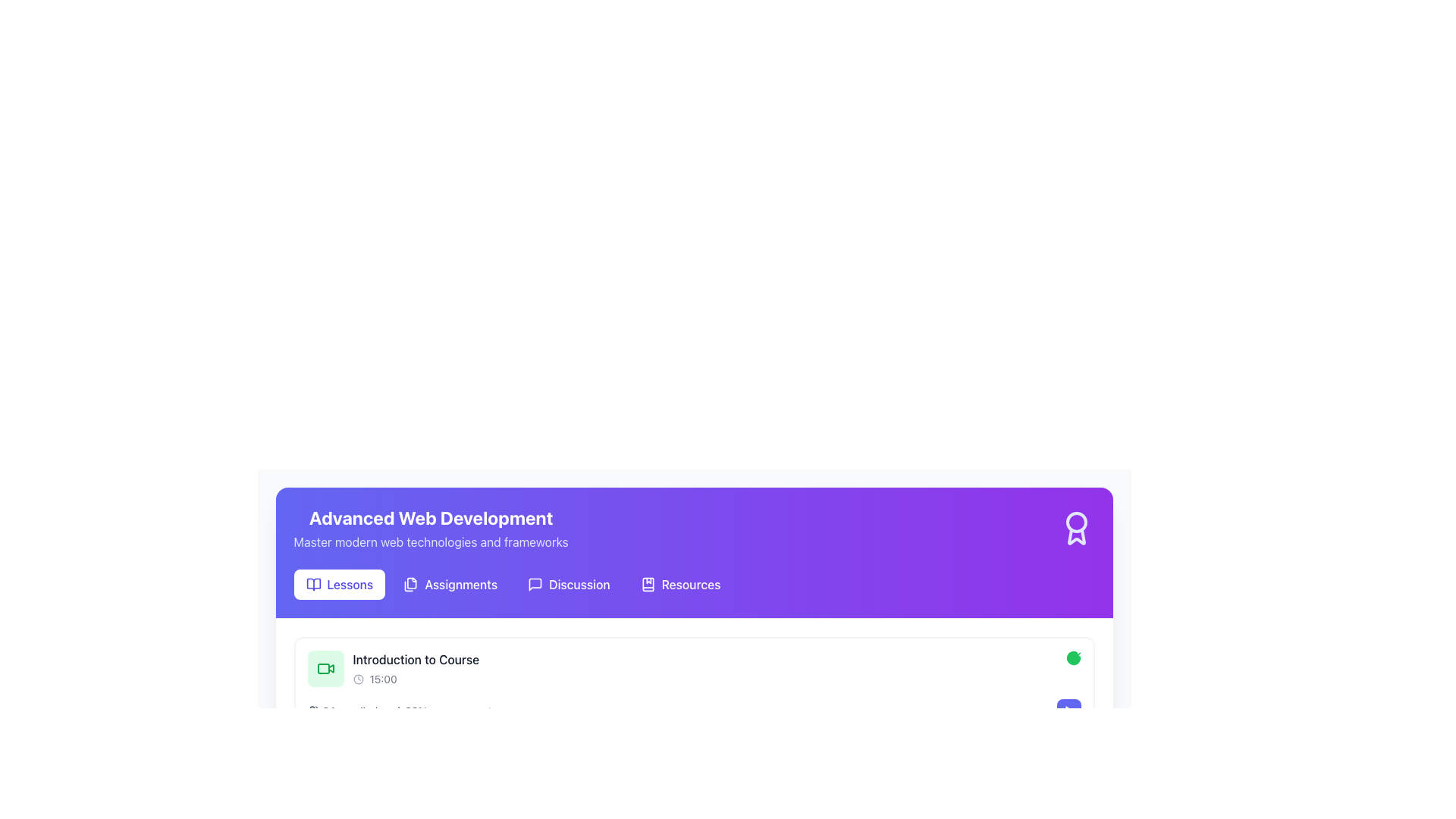  I want to click on the badge icon located at the top-right corner of the purple header bar by clicking on the circular component within the SVG element to see its functionality, so click(1075, 522).